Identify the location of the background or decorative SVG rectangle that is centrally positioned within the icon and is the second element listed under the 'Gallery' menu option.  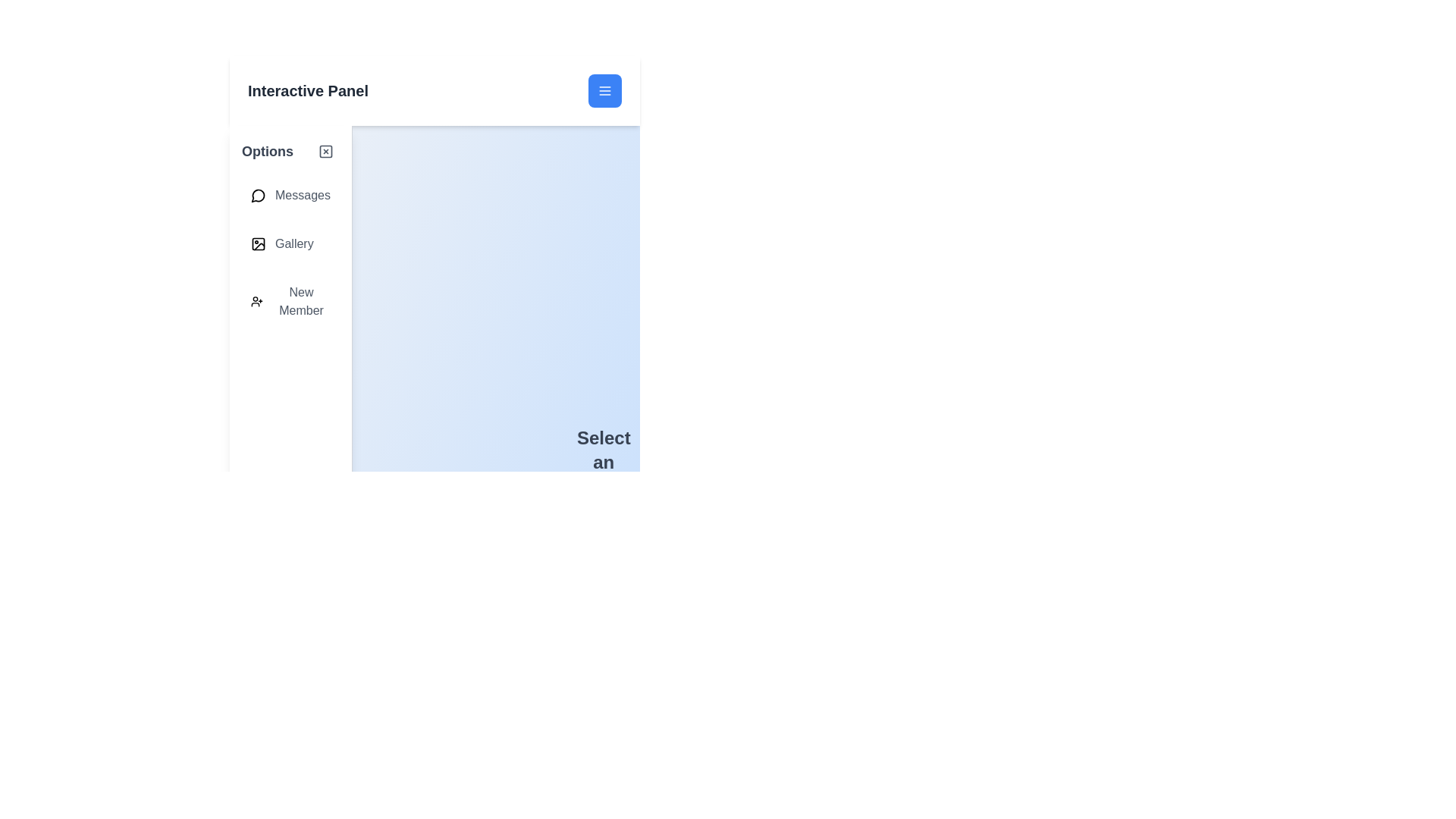
(258, 243).